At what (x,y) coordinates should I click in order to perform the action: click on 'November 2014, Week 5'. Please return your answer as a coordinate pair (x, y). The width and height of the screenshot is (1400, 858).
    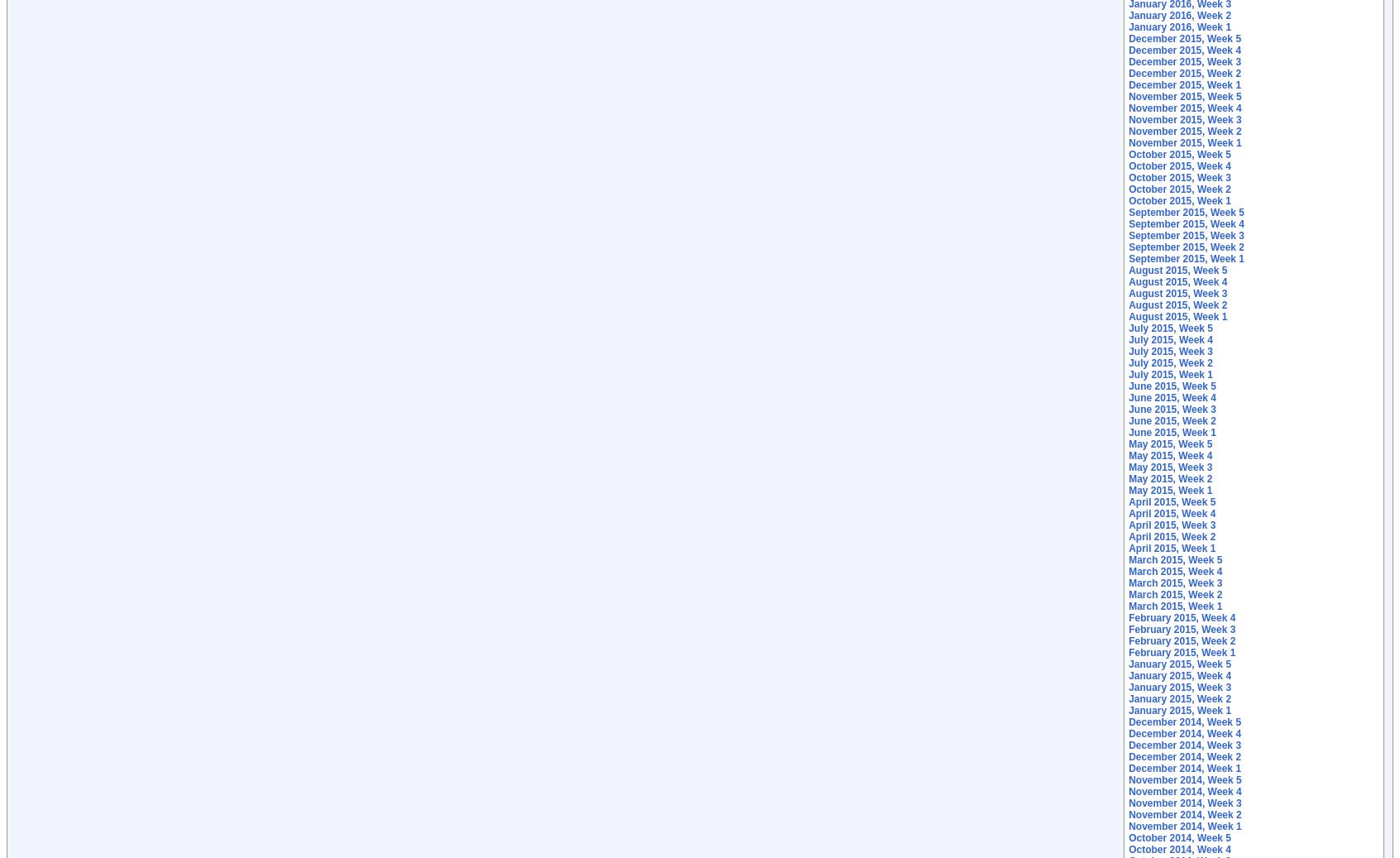
    Looking at the image, I should click on (1183, 780).